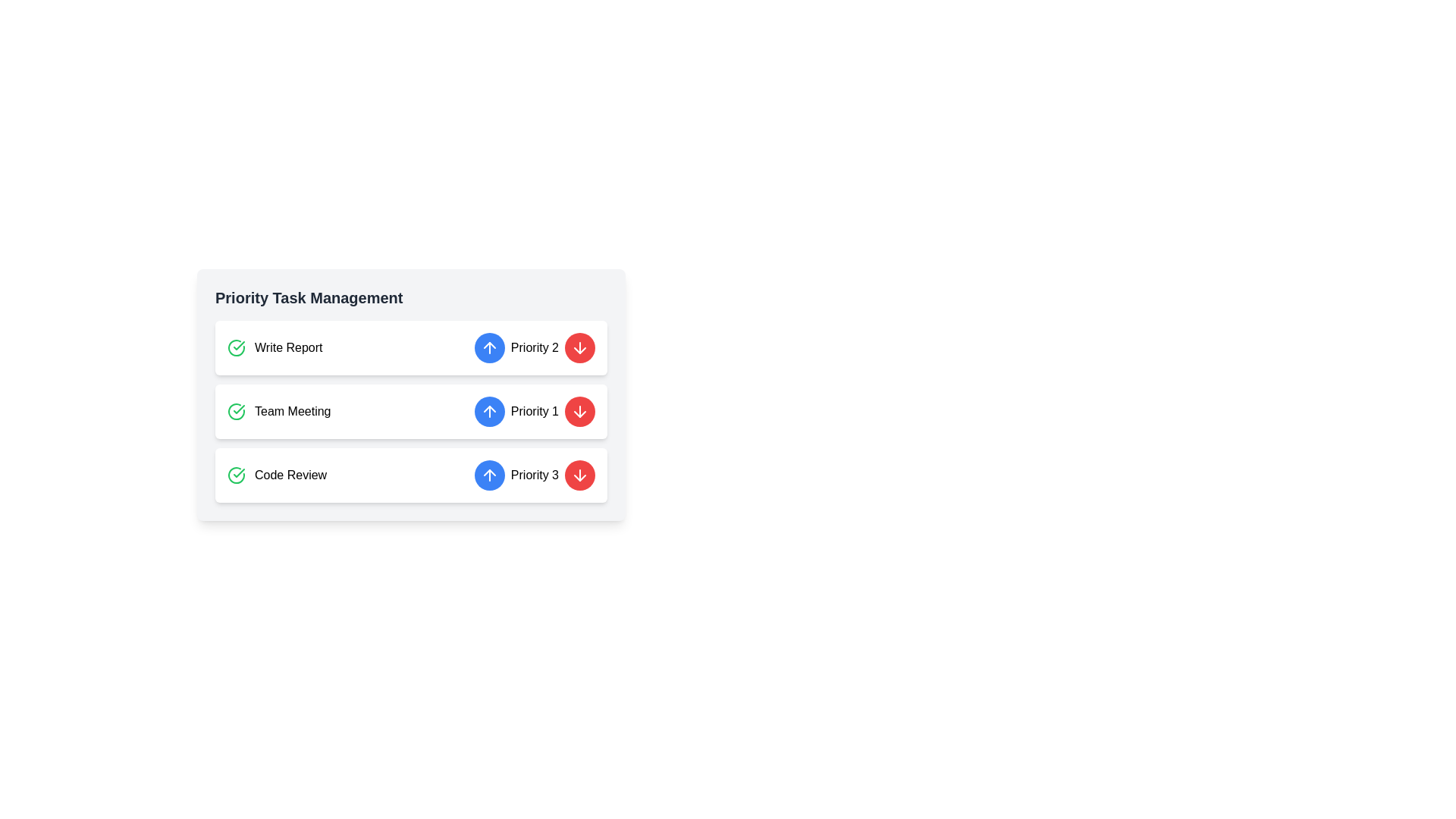 The image size is (1456, 819). I want to click on the circular red button with a white downward arrow at the rightmost position of the 'Priority 3' group to lower the priority, so click(579, 475).